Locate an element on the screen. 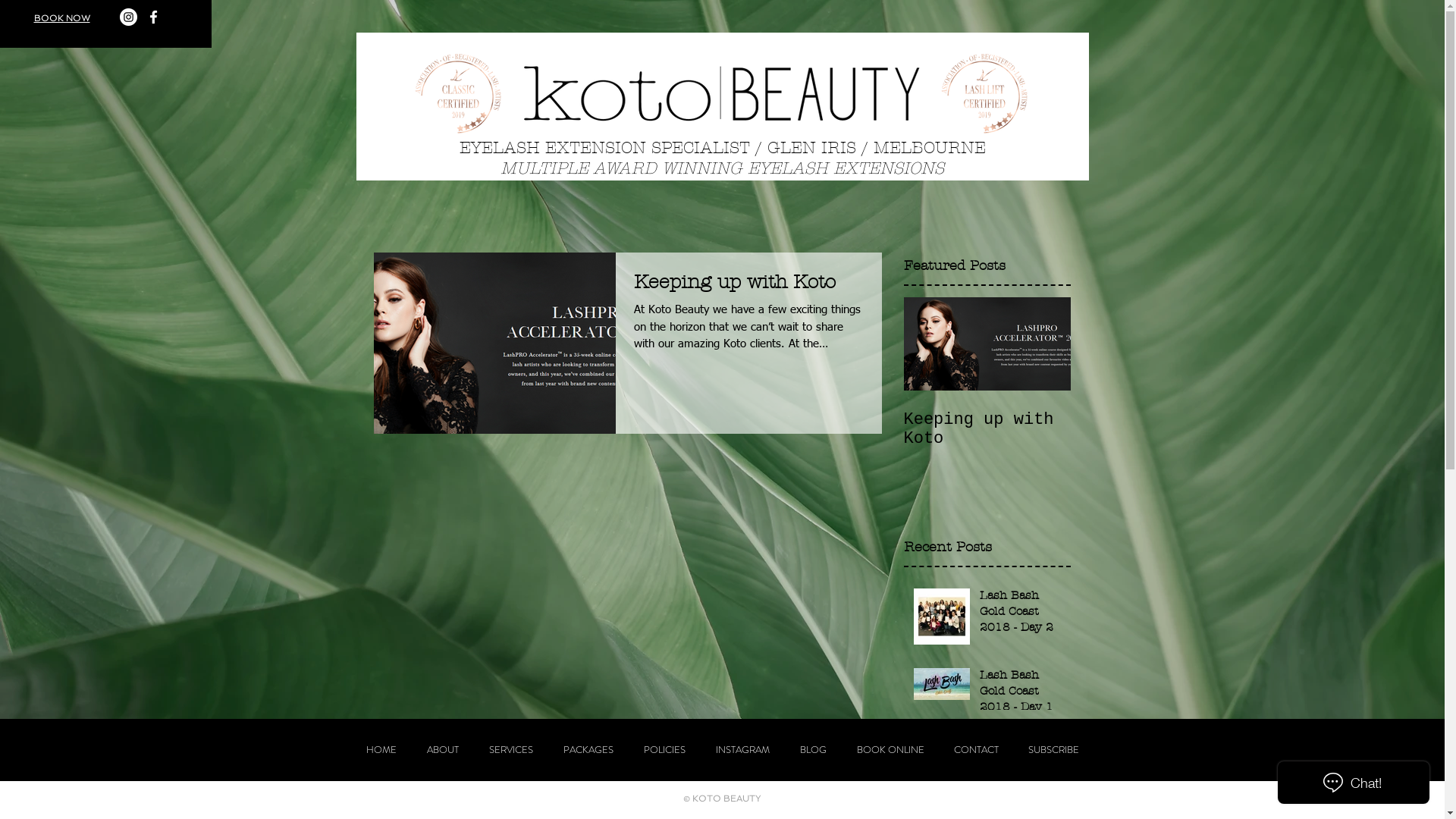 The height and width of the screenshot is (819, 1456). 'BOOK NOW' is located at coordinates (61, 17).